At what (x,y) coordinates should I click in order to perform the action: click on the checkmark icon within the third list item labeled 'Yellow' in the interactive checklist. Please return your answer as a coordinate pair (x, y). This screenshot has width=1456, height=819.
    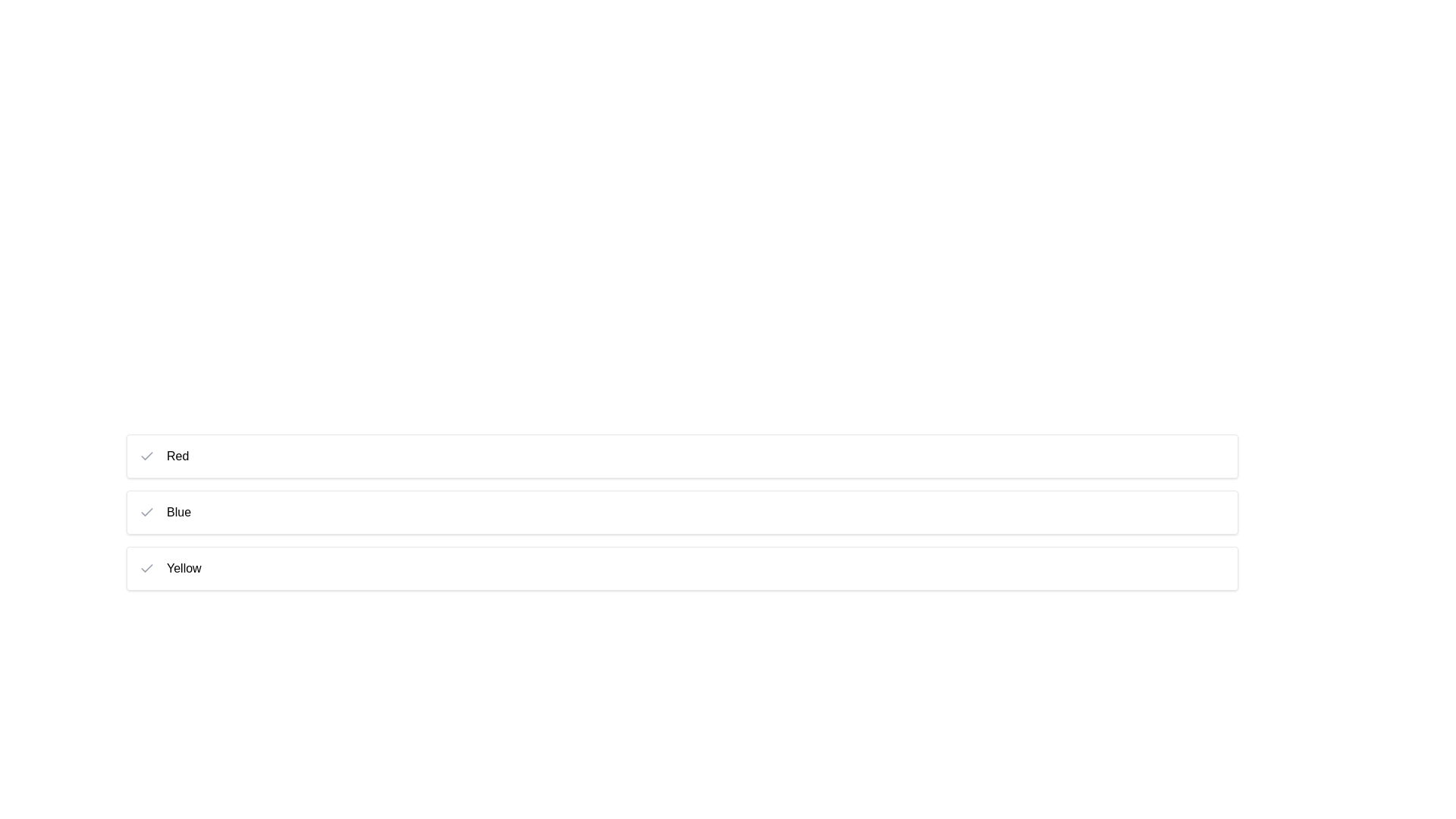
    Looking at the image, I should click on (146, 567).